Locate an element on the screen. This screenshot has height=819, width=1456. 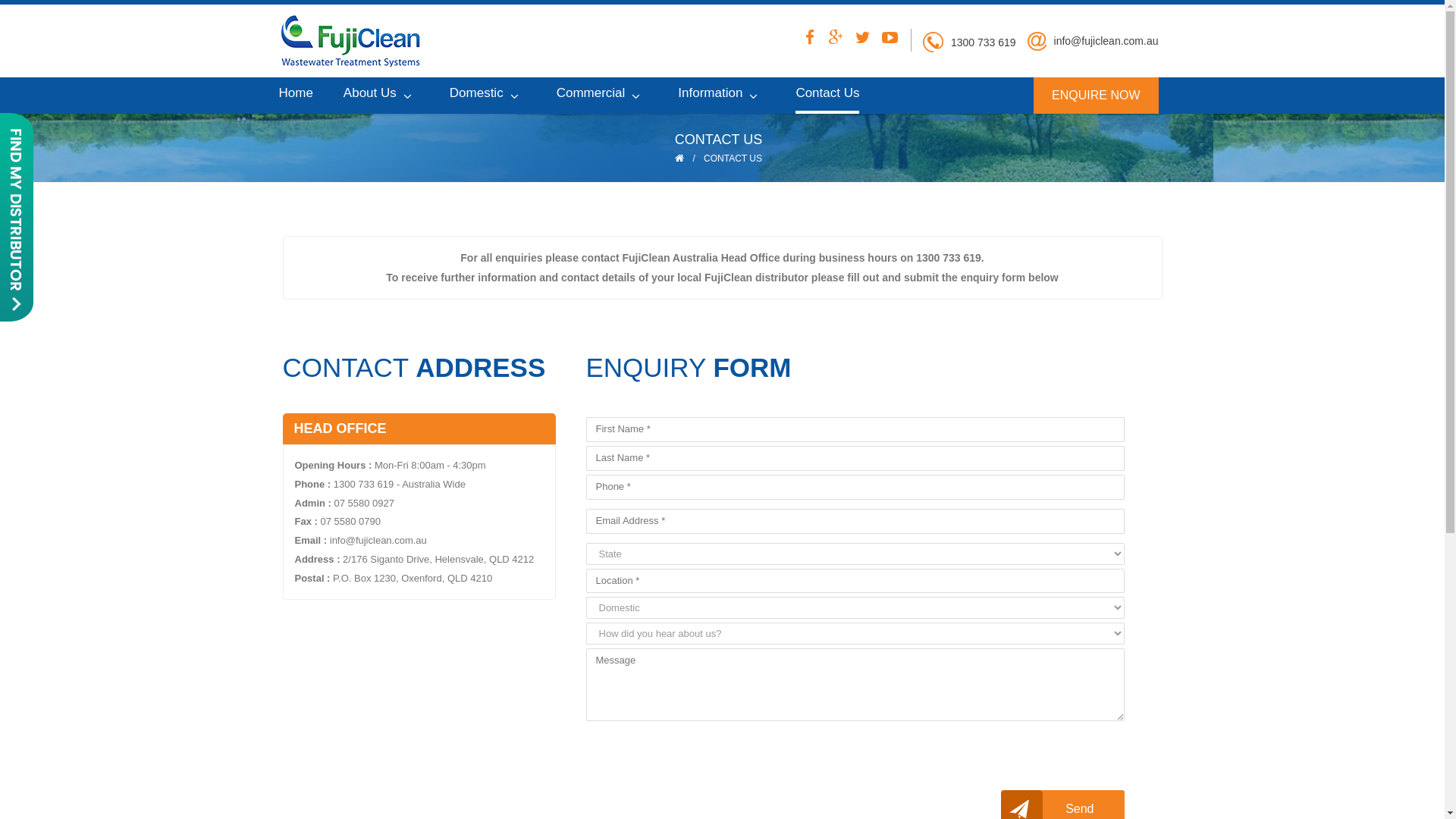
'Twitter' is located at coordinates (850, 39).